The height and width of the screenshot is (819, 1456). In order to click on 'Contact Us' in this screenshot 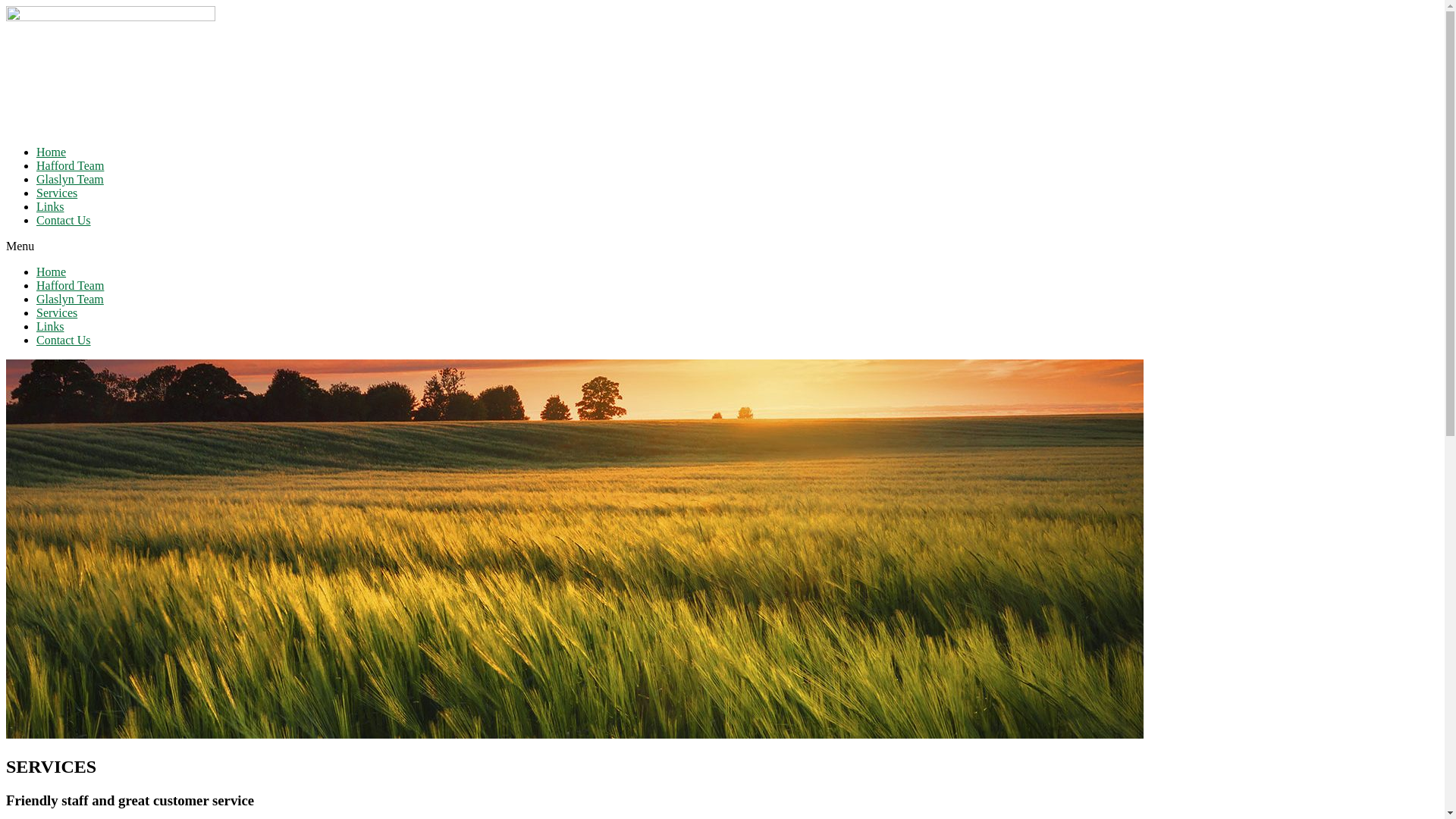, I will do `click(62, 339)`.